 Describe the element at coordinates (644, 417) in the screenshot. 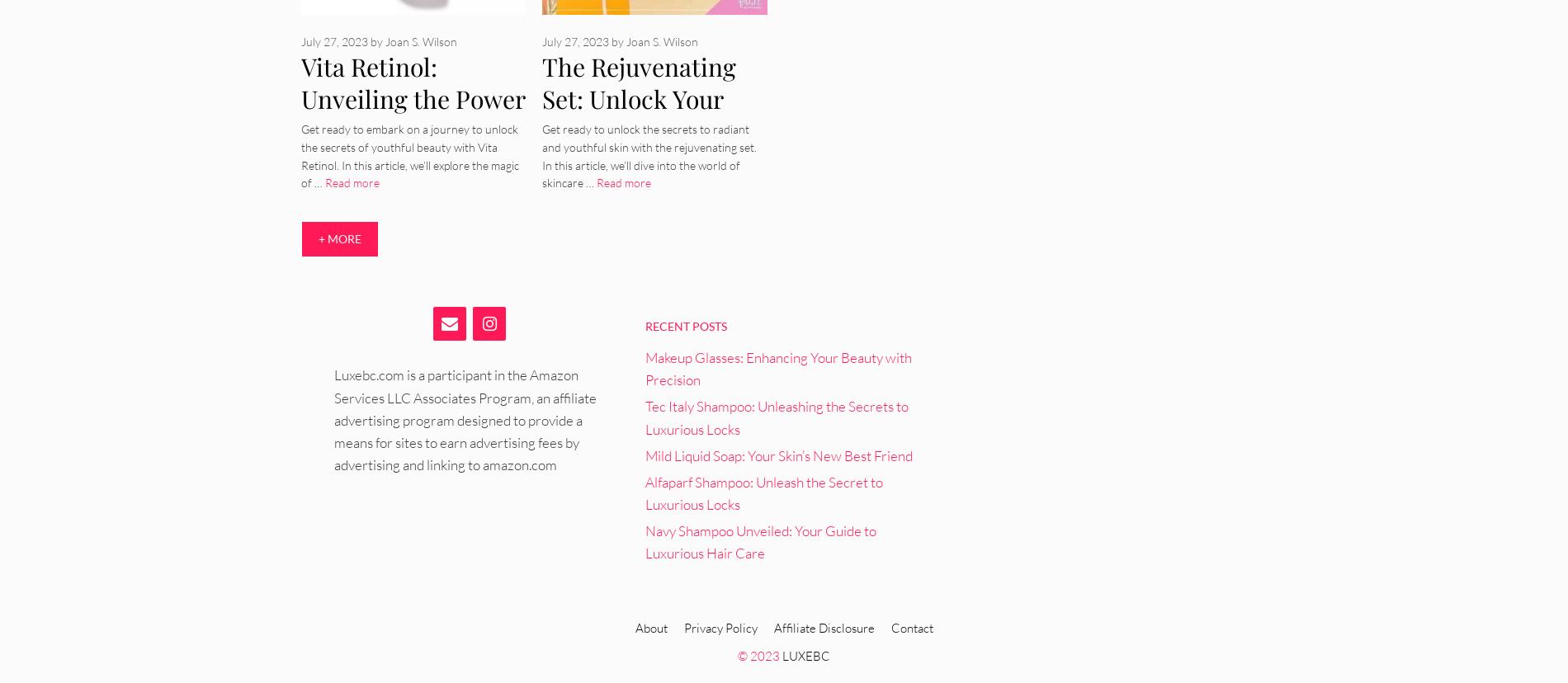

I see `'Tec Italy Shampoo: Unleashing the Secrets to Luxurious Locks'` at that location.